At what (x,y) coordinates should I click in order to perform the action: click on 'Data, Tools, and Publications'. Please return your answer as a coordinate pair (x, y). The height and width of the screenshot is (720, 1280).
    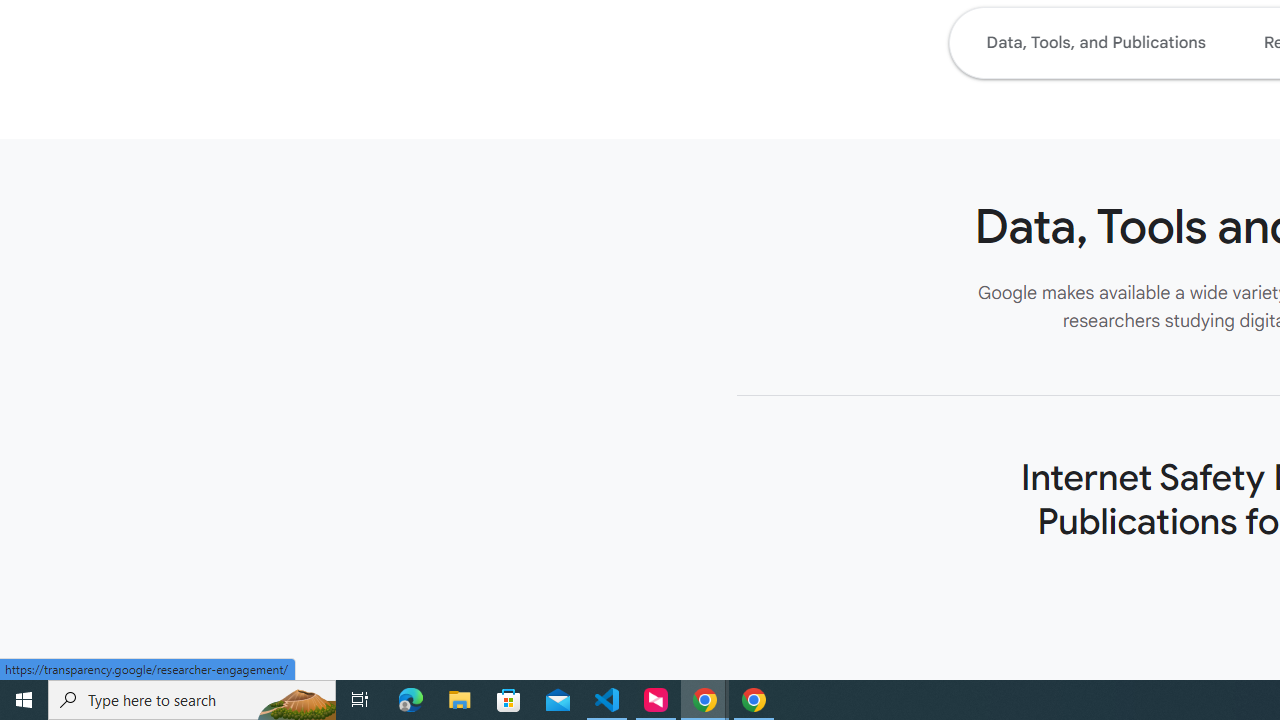
    Looking at the image, I should click on (1094, 42).